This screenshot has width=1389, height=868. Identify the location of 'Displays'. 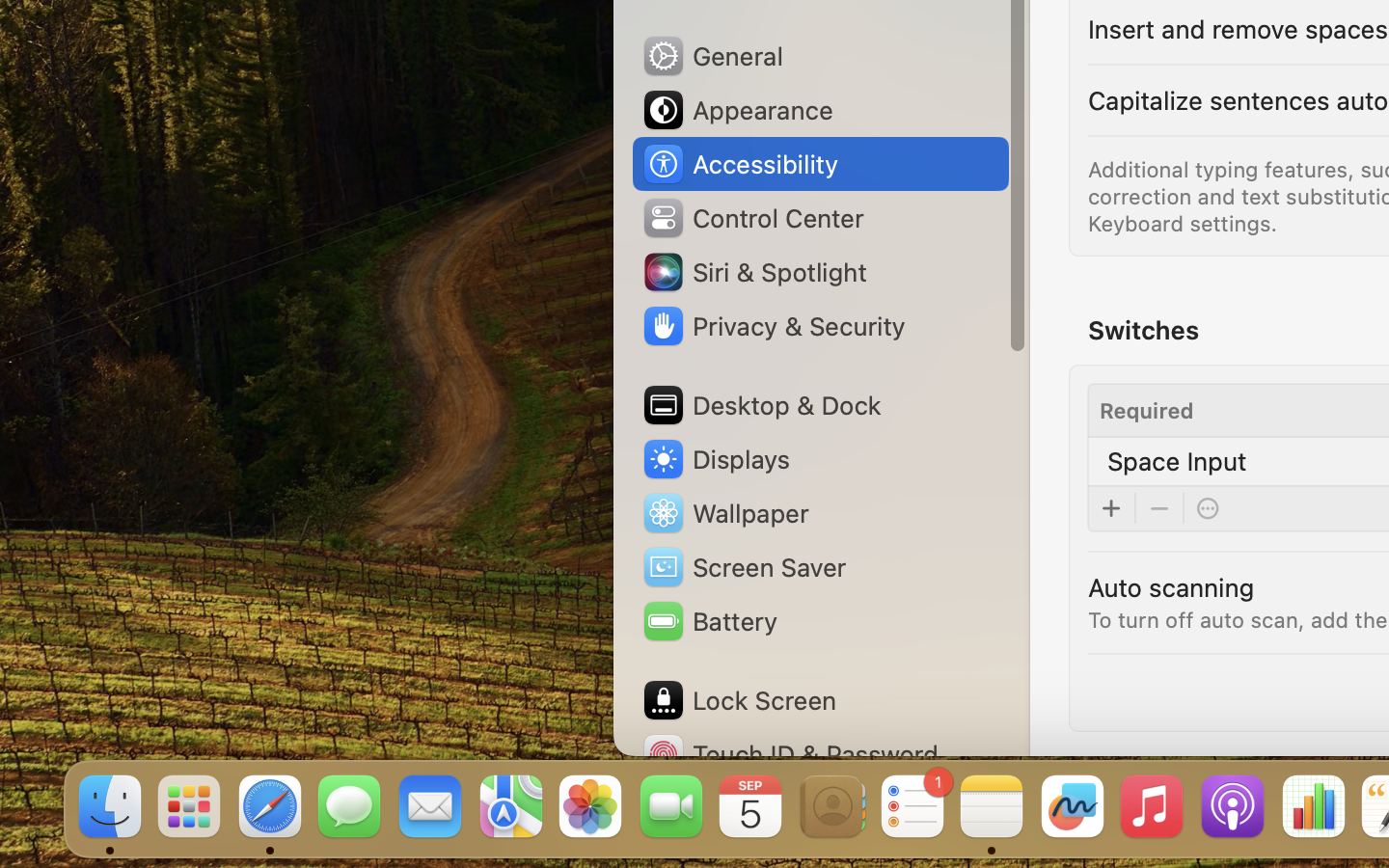
(715, 458).